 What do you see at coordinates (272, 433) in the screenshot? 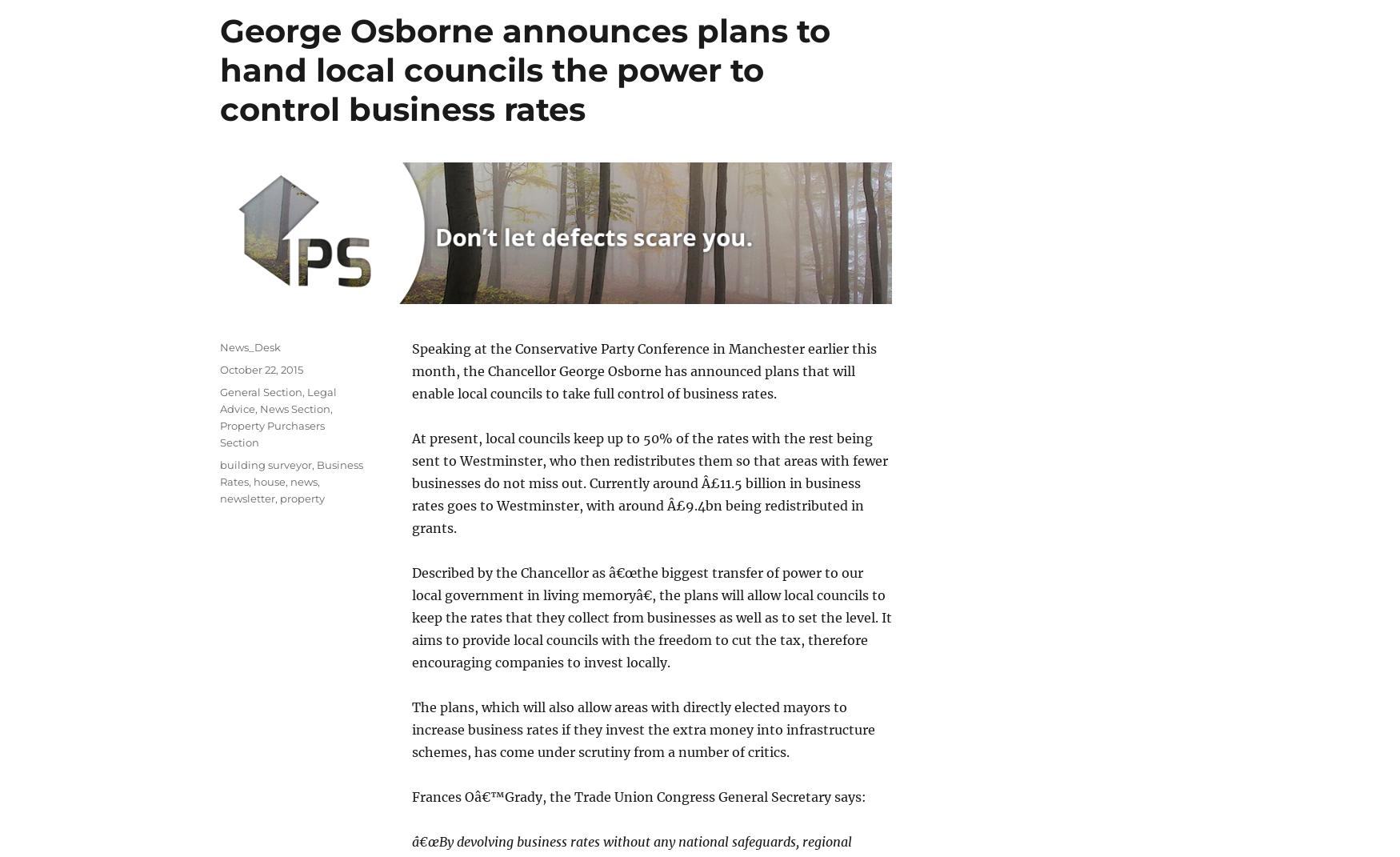
I see `'Property Purchasers Section'` at bounding box center [272, 433].